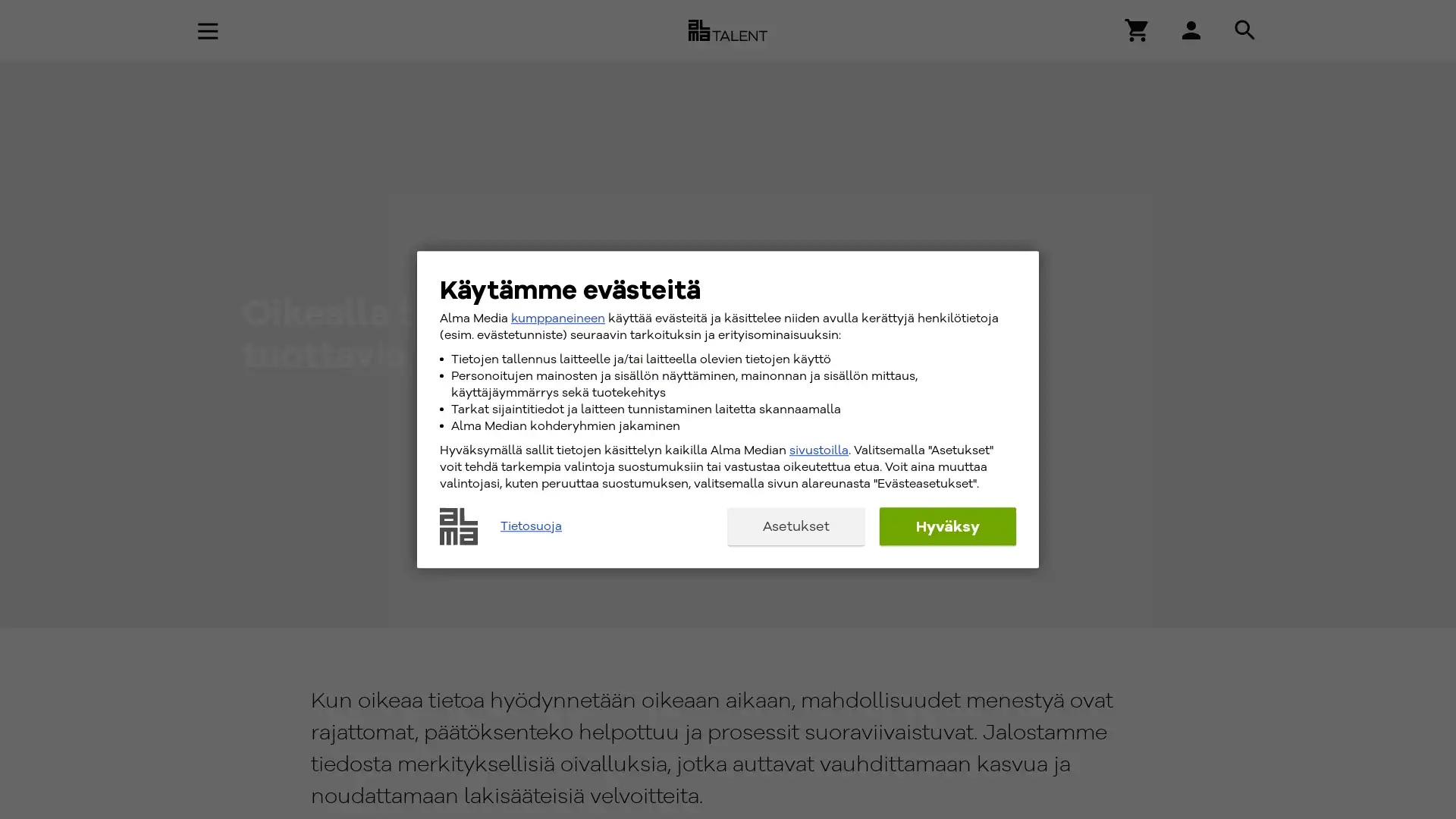 The width and height of the screenshot is (1456, 819). Describe the element at coordinates (946, 525) in the screenshot. I see `Hyvaksy` at that location.